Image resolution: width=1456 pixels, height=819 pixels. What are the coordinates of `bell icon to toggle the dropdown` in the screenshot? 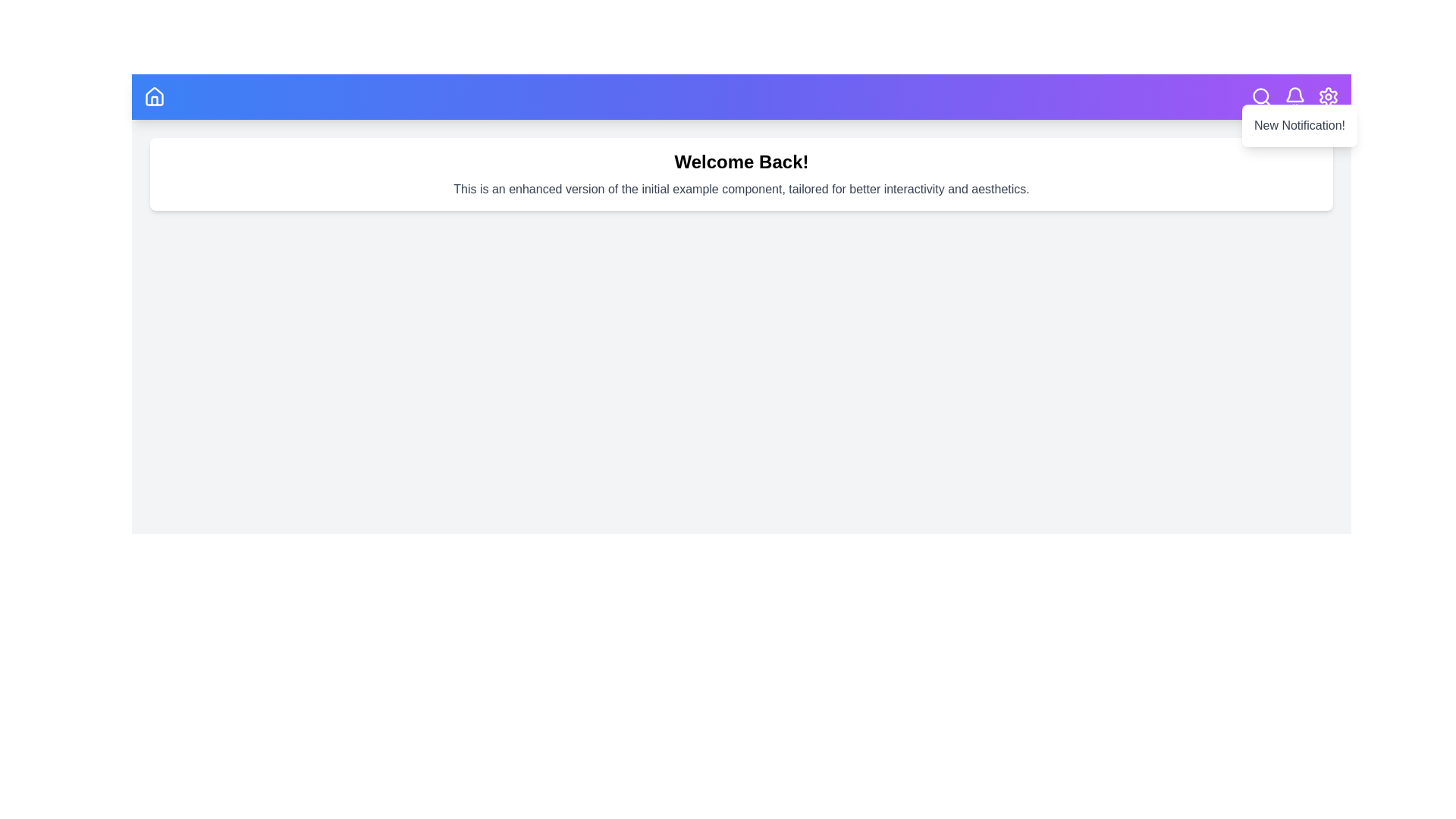 It's located at (1294, 96).